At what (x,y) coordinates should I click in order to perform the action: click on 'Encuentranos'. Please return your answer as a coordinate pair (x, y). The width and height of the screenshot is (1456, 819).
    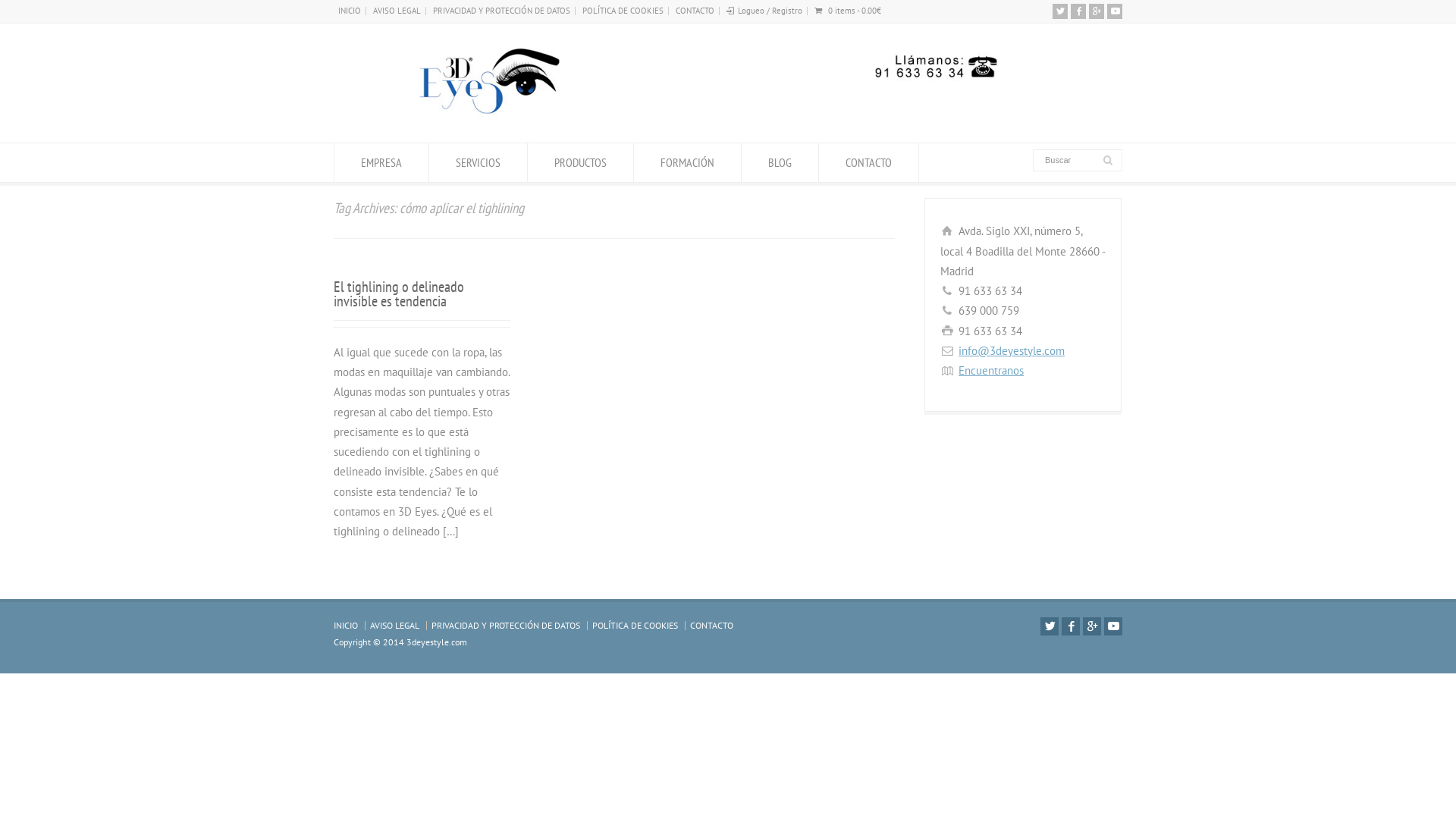
    Looking at the image, I should click on (990, 370).